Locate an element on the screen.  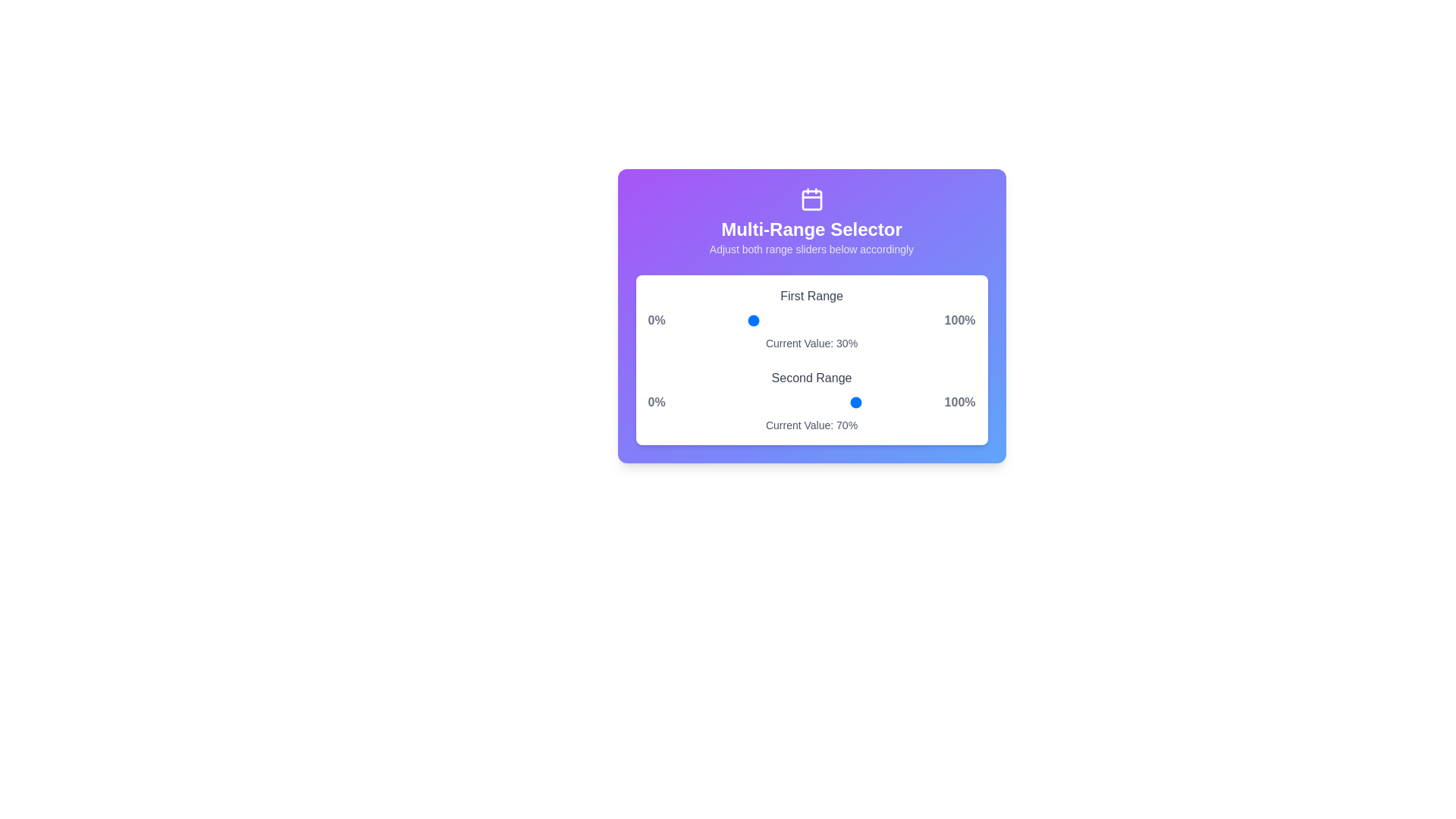
the text display that shows 'Current Value: 70%' which is styled as informative text and located under the 'Second Range' slider is located at coordinates (811, 425).